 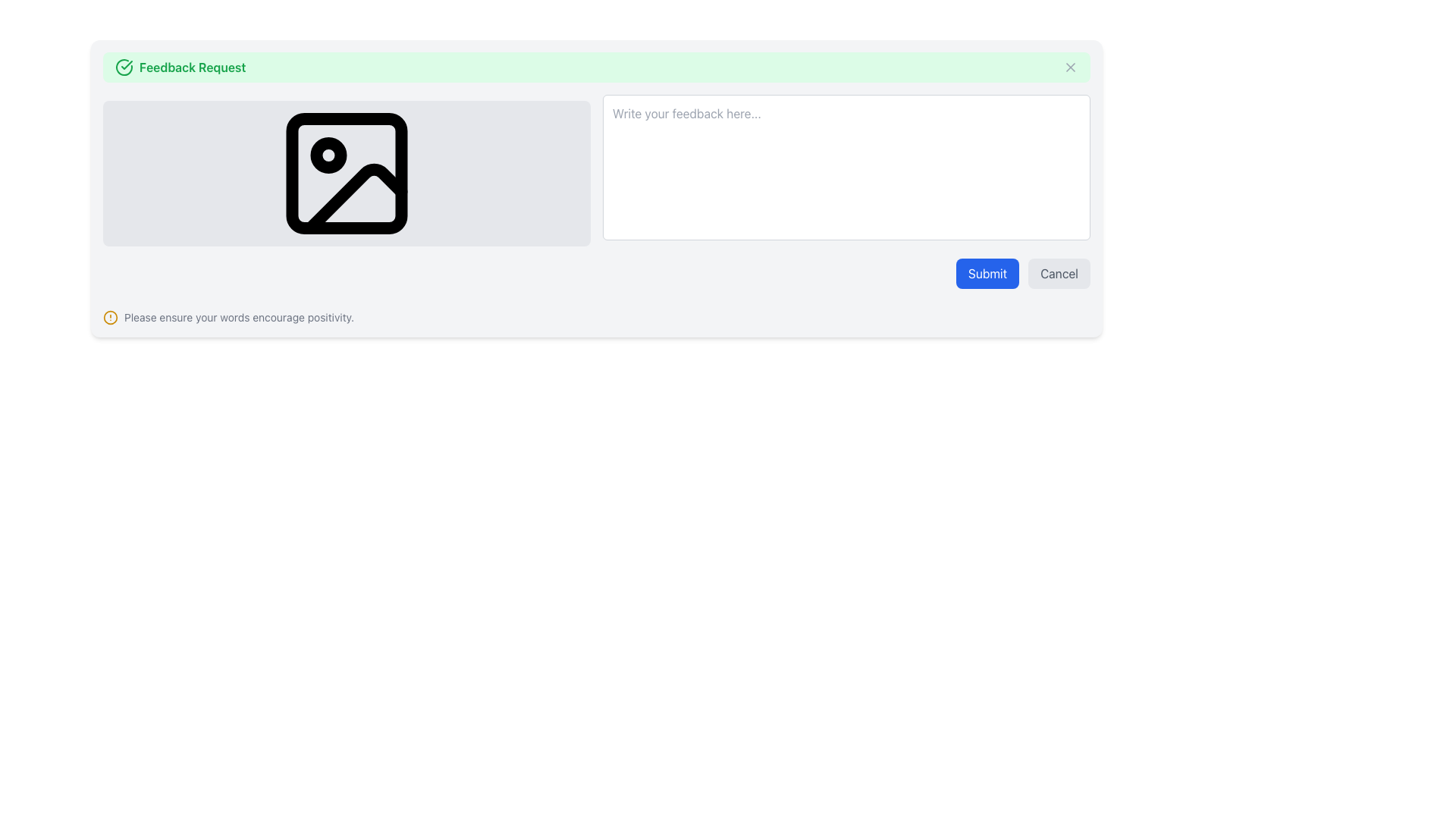 What do you see at coordinates (1069, 66) in the screenshot?
I see `the small square icon with an 'X' shape, located at the top-right corner of the green notification bar titled 'Feedback Request'` at bounding box center [1069, 66].